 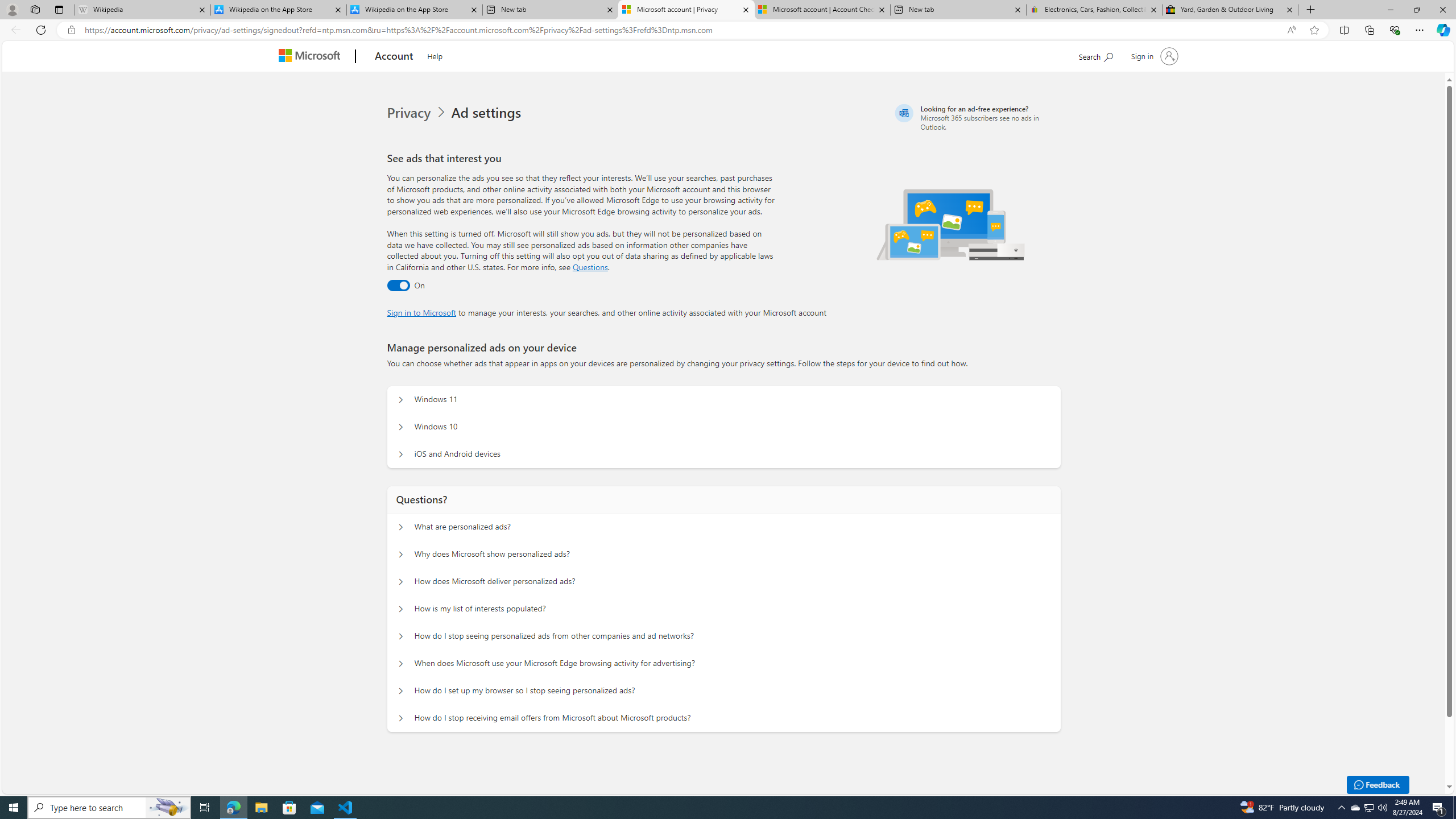 I want to click on 'Ad settings', so click(x=487, y=113).